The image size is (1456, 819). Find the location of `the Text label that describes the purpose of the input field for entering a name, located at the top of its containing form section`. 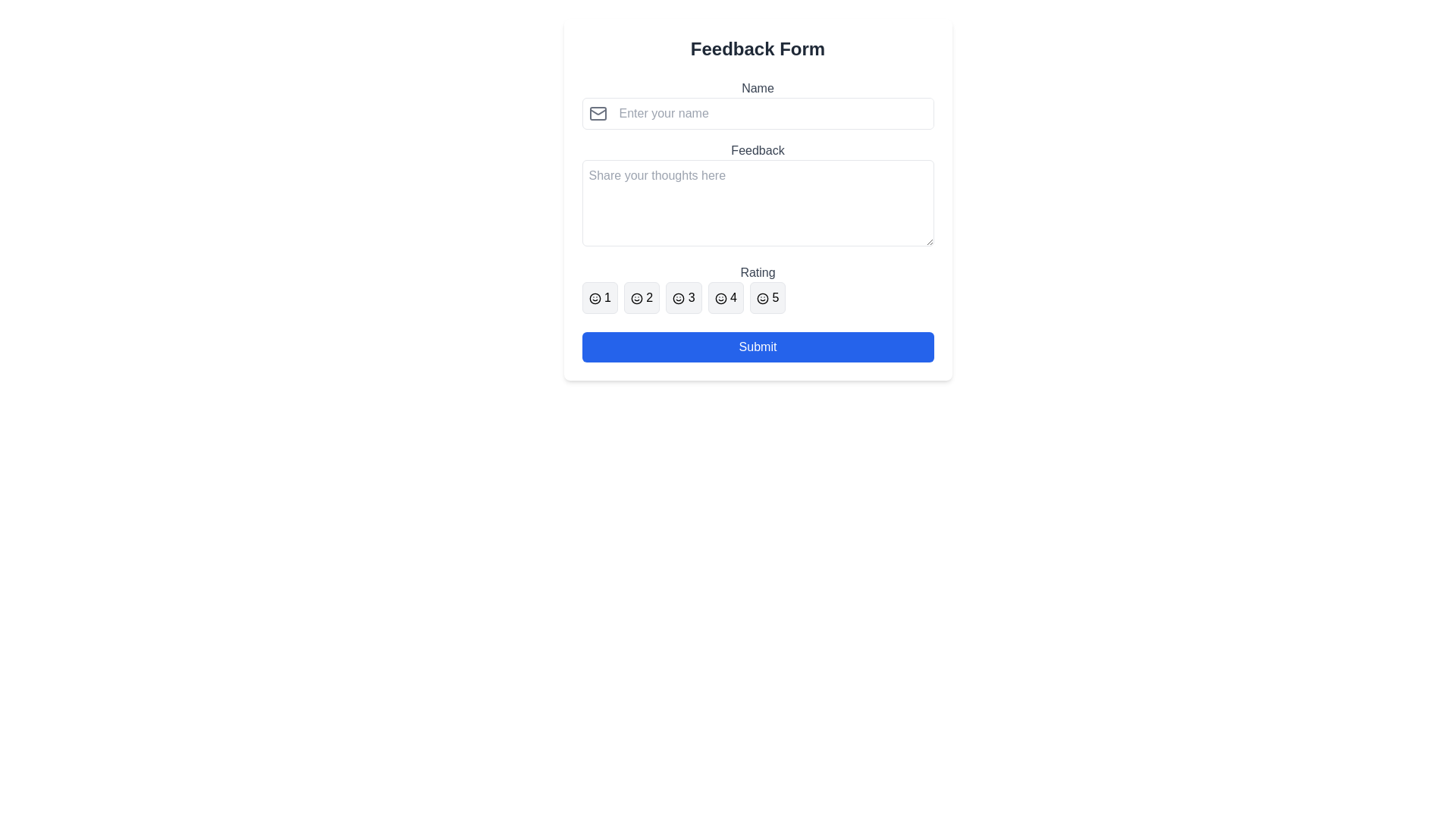

the Text label that describes the purpose of the input field for entering a name, located at the top of its containing form section is located at coordinates (758, 88).